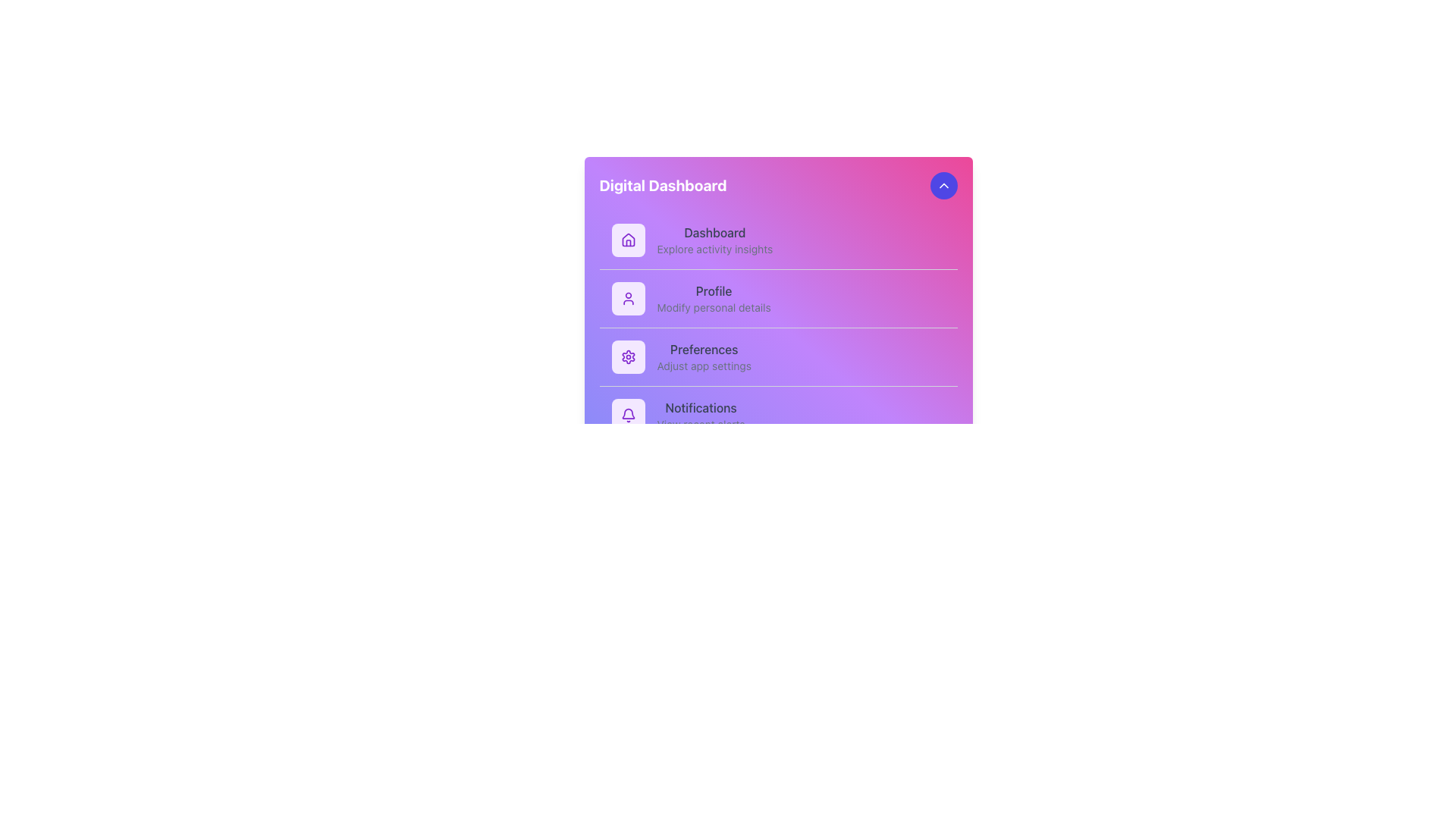 The height and width of the screenshot is (819, 1456). I want to click on the notification SVG icon located at the upper-right corner of the interface, adjacent to the digital dashboard's title, which serves as a visual indicator for pending alerts or messages, so click(628, 413).